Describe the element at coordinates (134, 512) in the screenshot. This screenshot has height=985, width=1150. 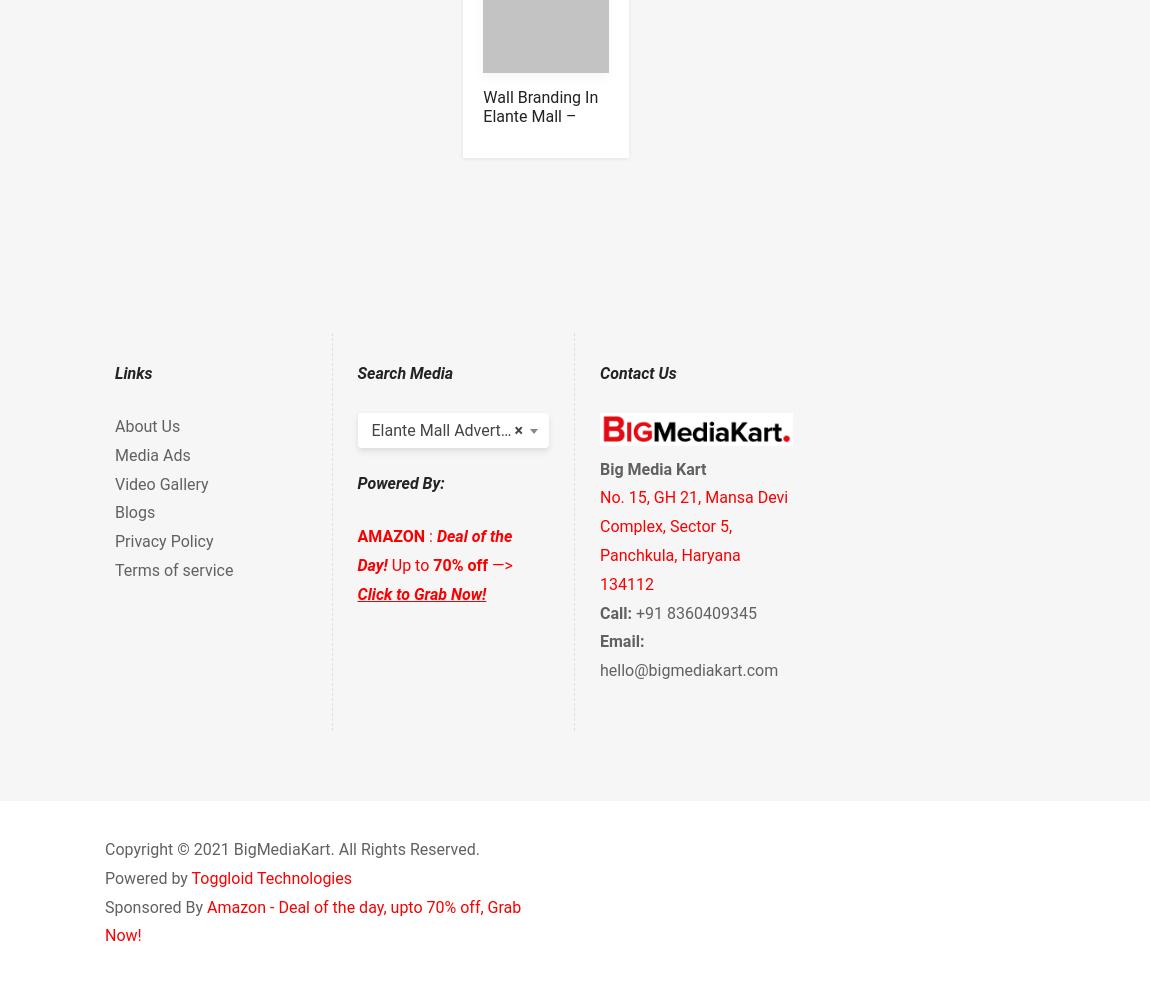
I see `'Blogs'` at that location.